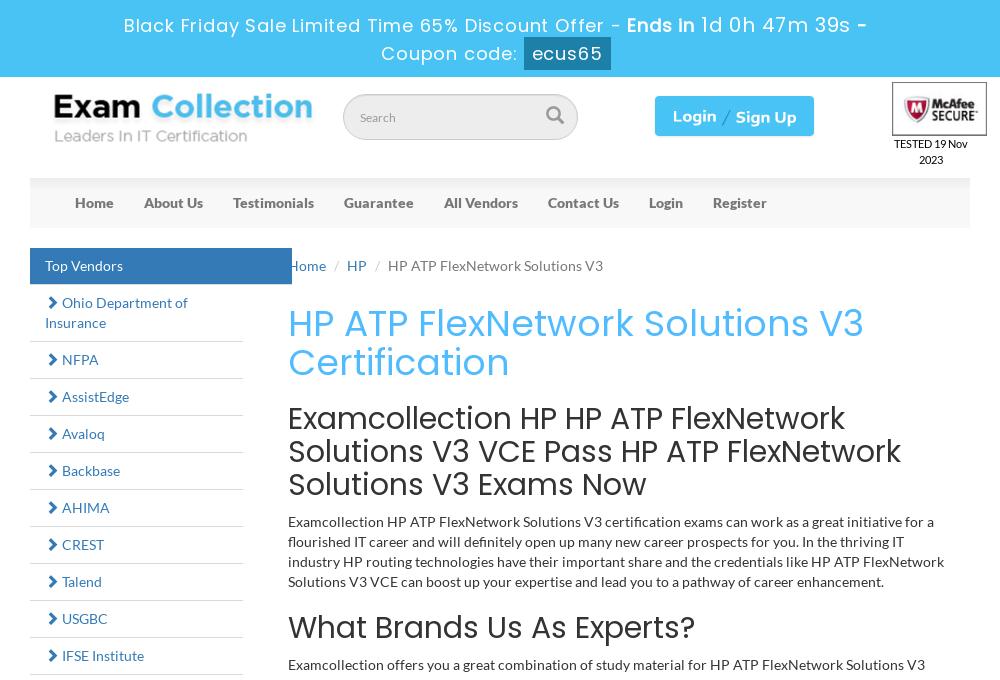  What do you see at coordinates (59, 357) in the screenshot?
I see `'NFPA'` at bounding box center [59, 357].